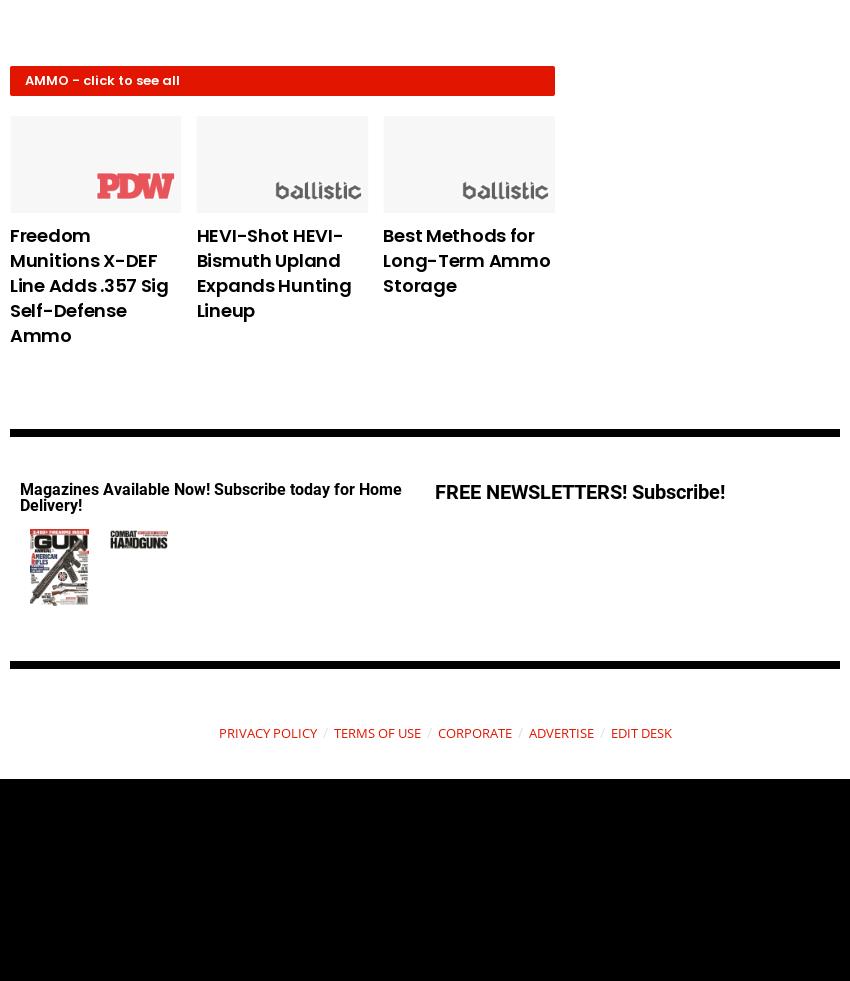  I want to click on 'AMMO - click to see all', so click(101, 79).